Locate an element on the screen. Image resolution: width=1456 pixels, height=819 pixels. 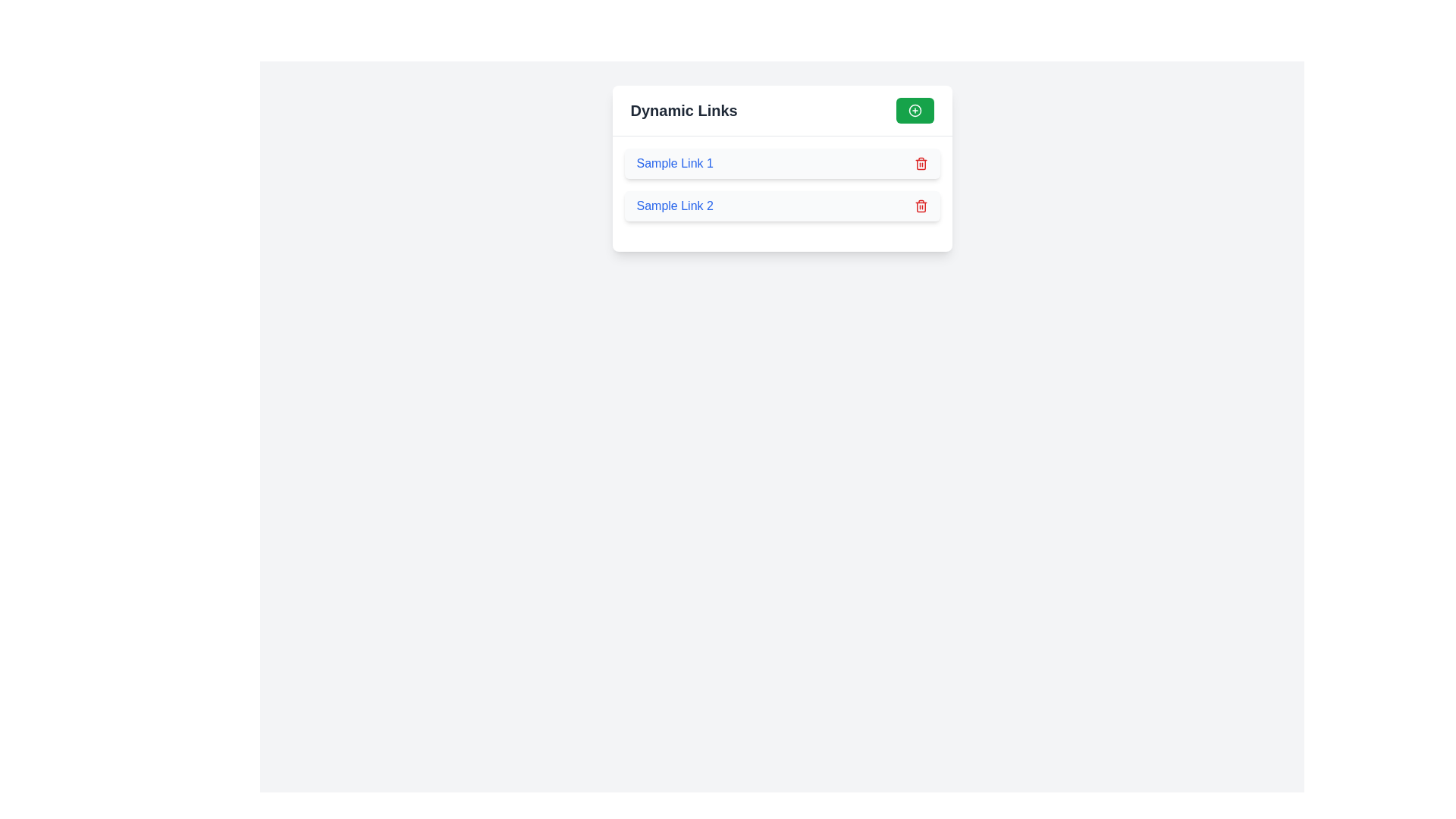
the green square button located at the top-right corner, adjacent to the title 'Dynamic Links', which contains the decorative icon is located at coordinates (914, 110).